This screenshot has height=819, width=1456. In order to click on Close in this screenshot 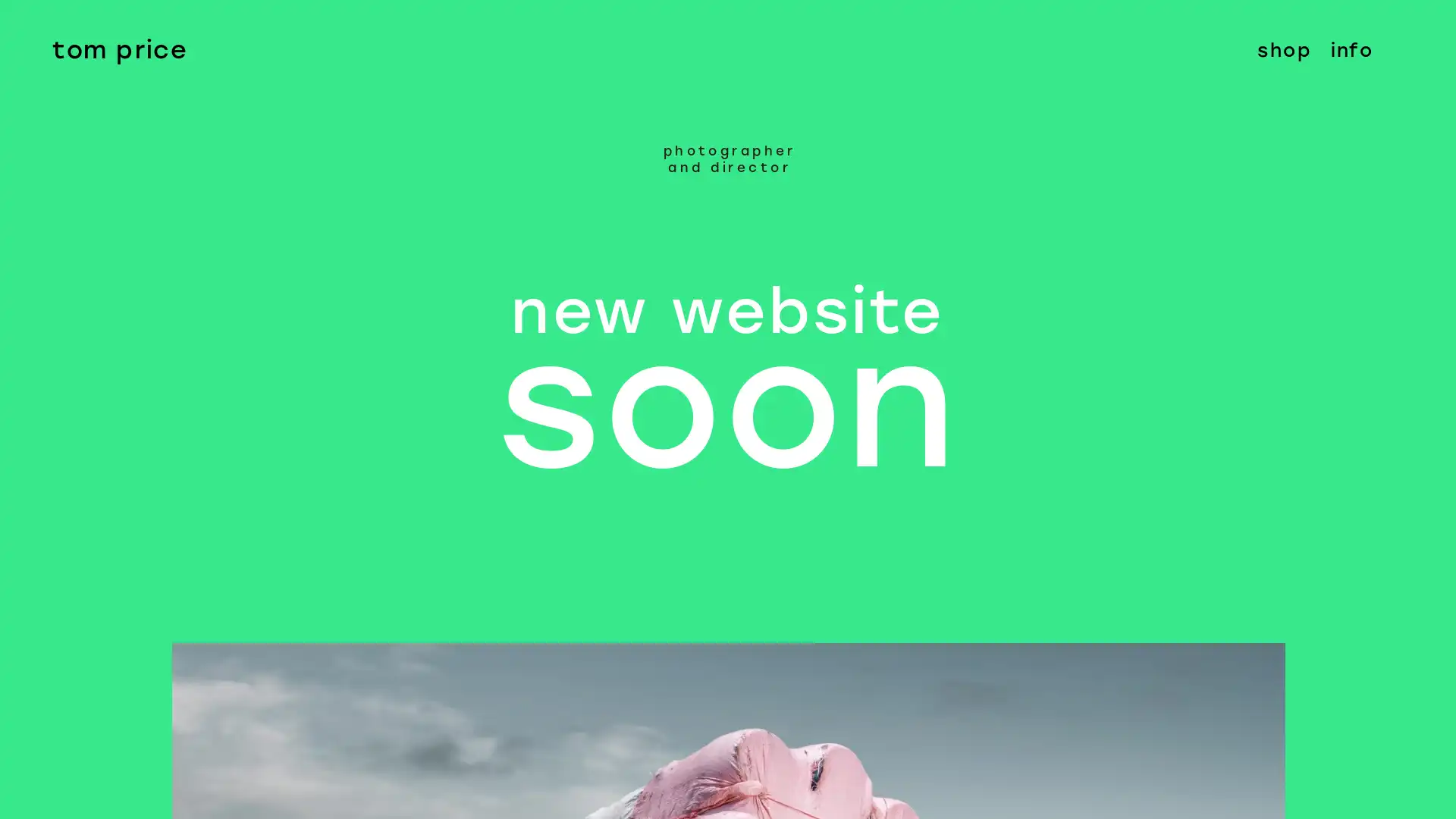, I will do `click(1427, 29)`.